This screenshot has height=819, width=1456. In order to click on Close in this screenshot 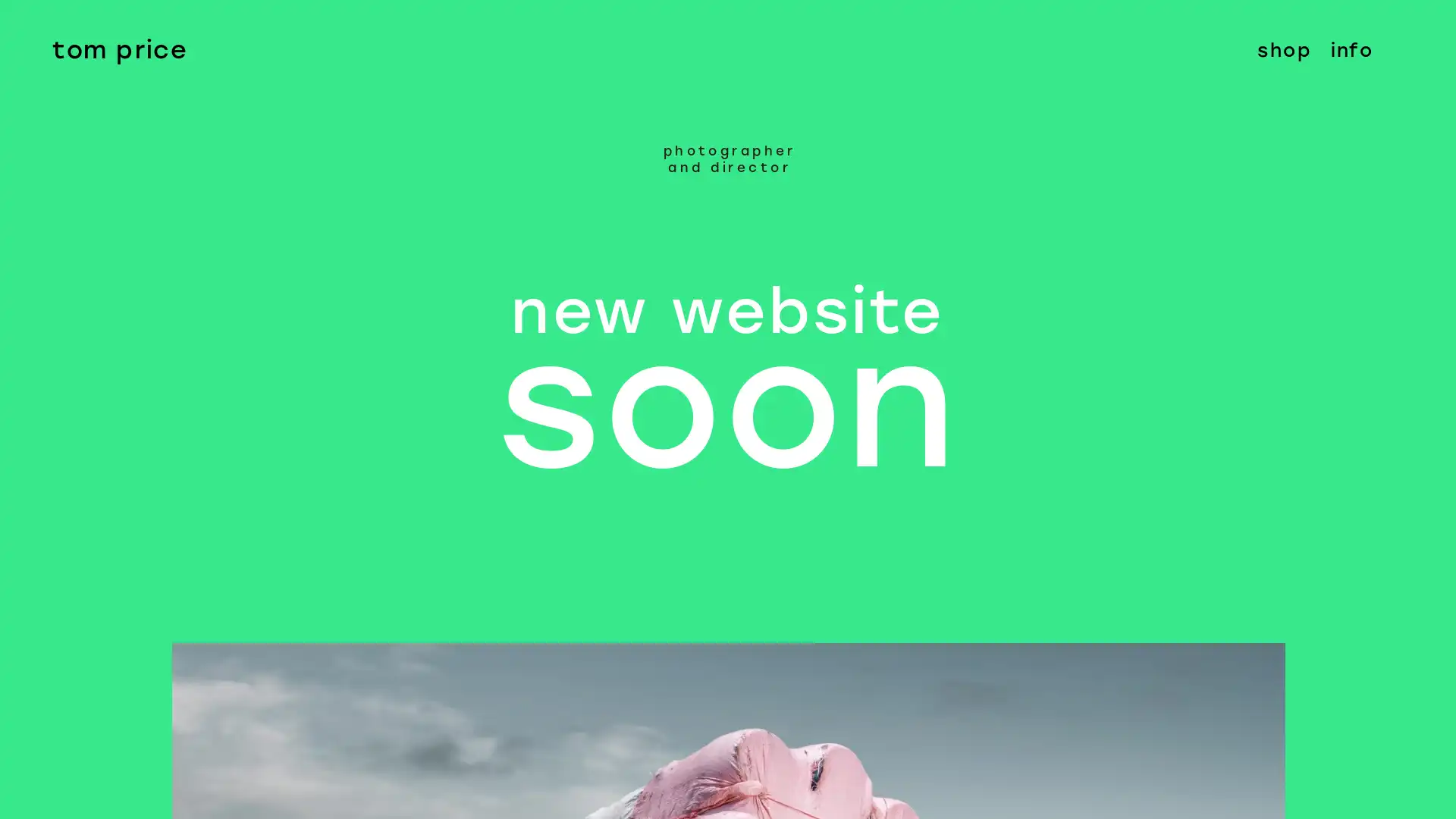, I will do `click(1427, 29)`.